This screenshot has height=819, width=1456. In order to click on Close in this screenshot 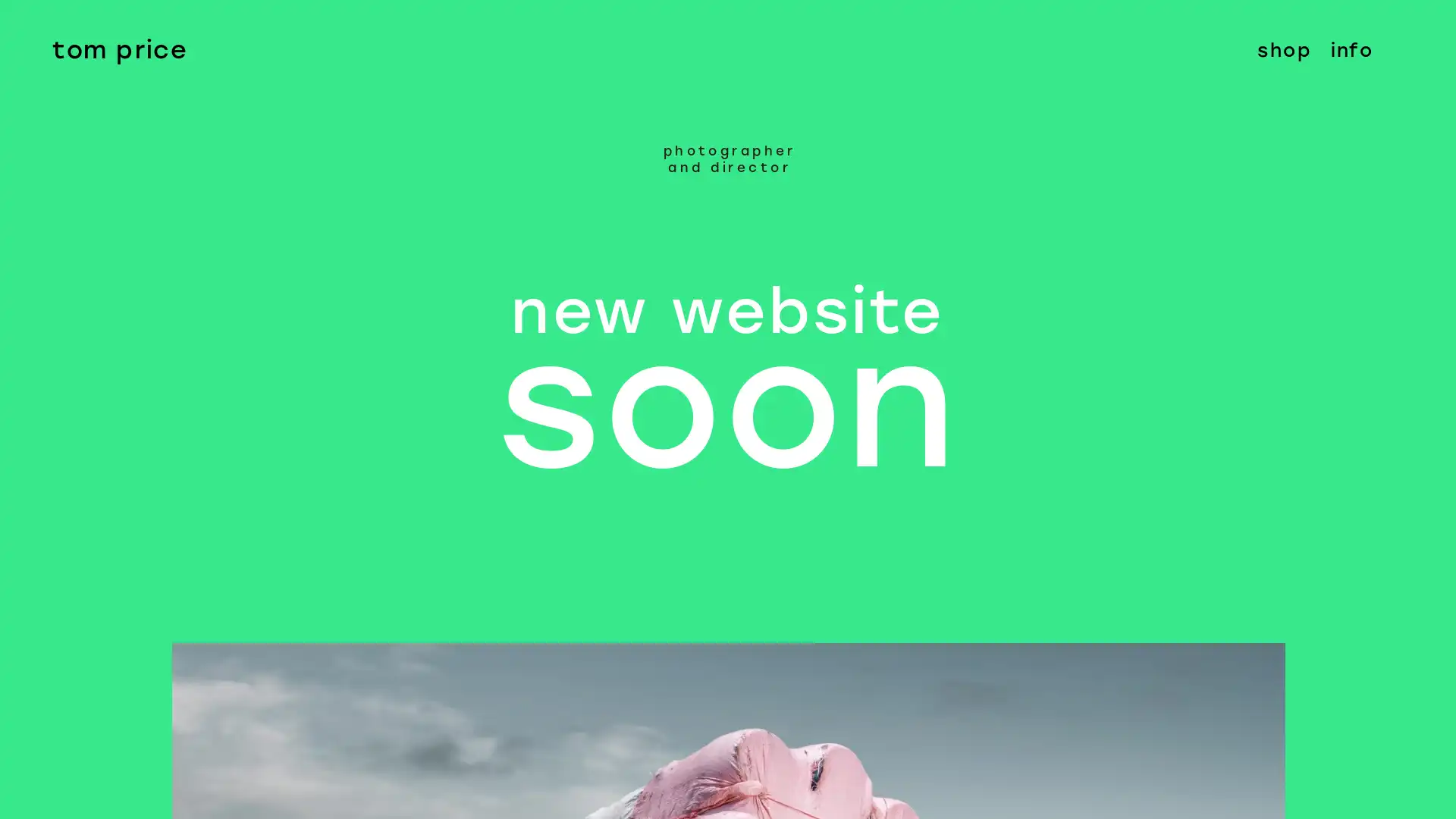, I will do `click(1427, 29)`.